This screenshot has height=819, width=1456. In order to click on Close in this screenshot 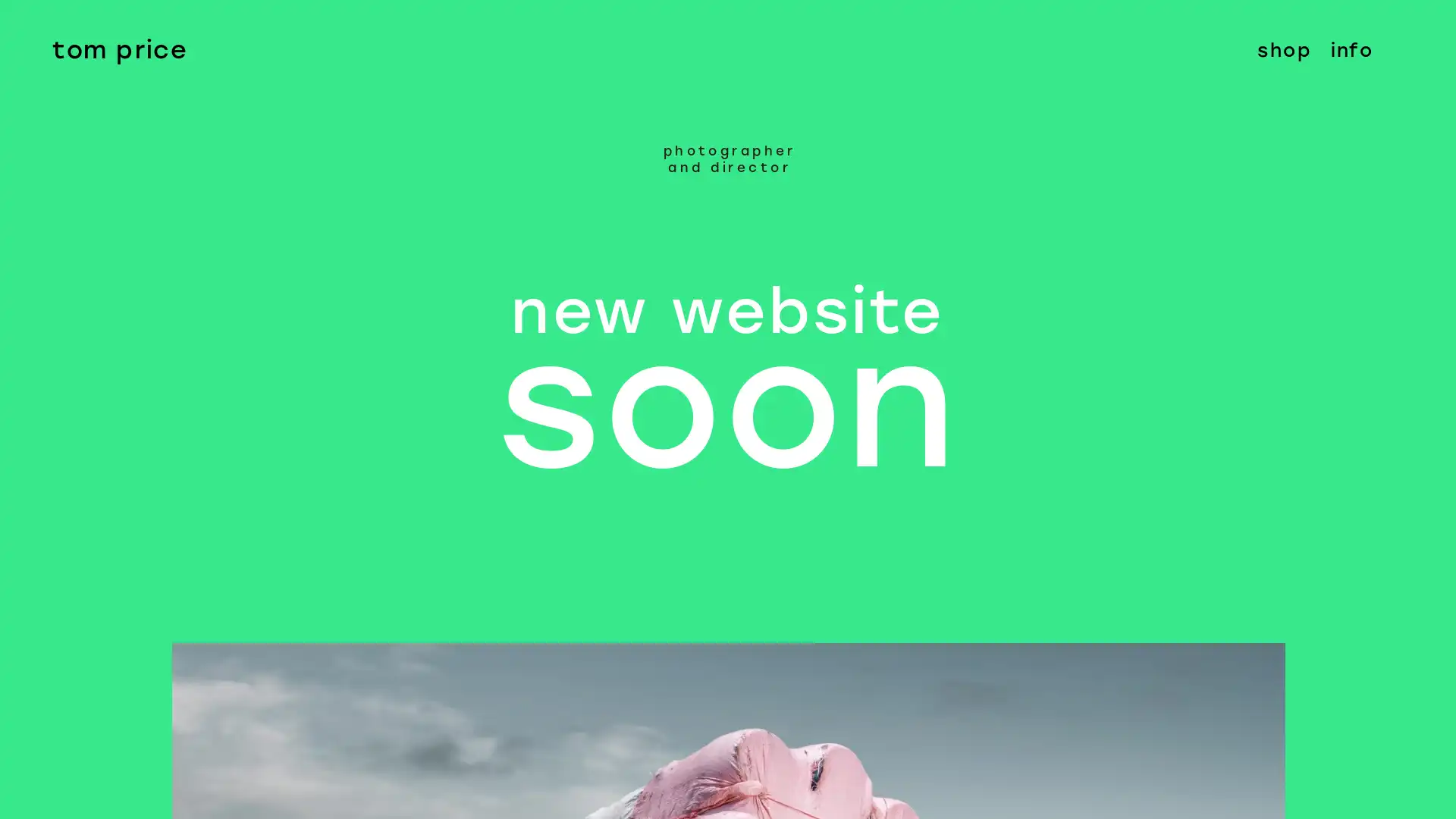, I will do `click(1427, 29)`.